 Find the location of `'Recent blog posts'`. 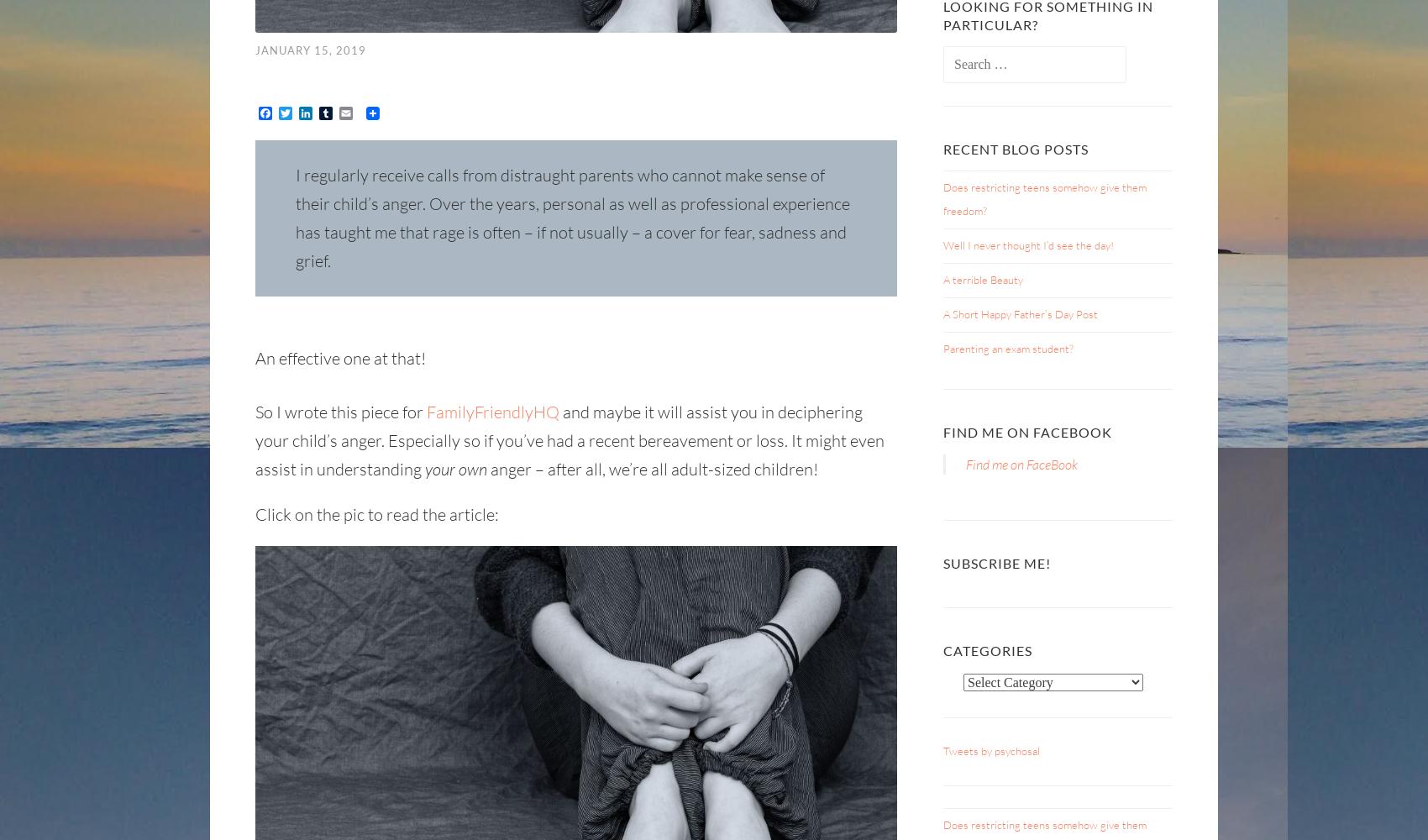

'Recent blog posts' is located at coordinates (943, 149).